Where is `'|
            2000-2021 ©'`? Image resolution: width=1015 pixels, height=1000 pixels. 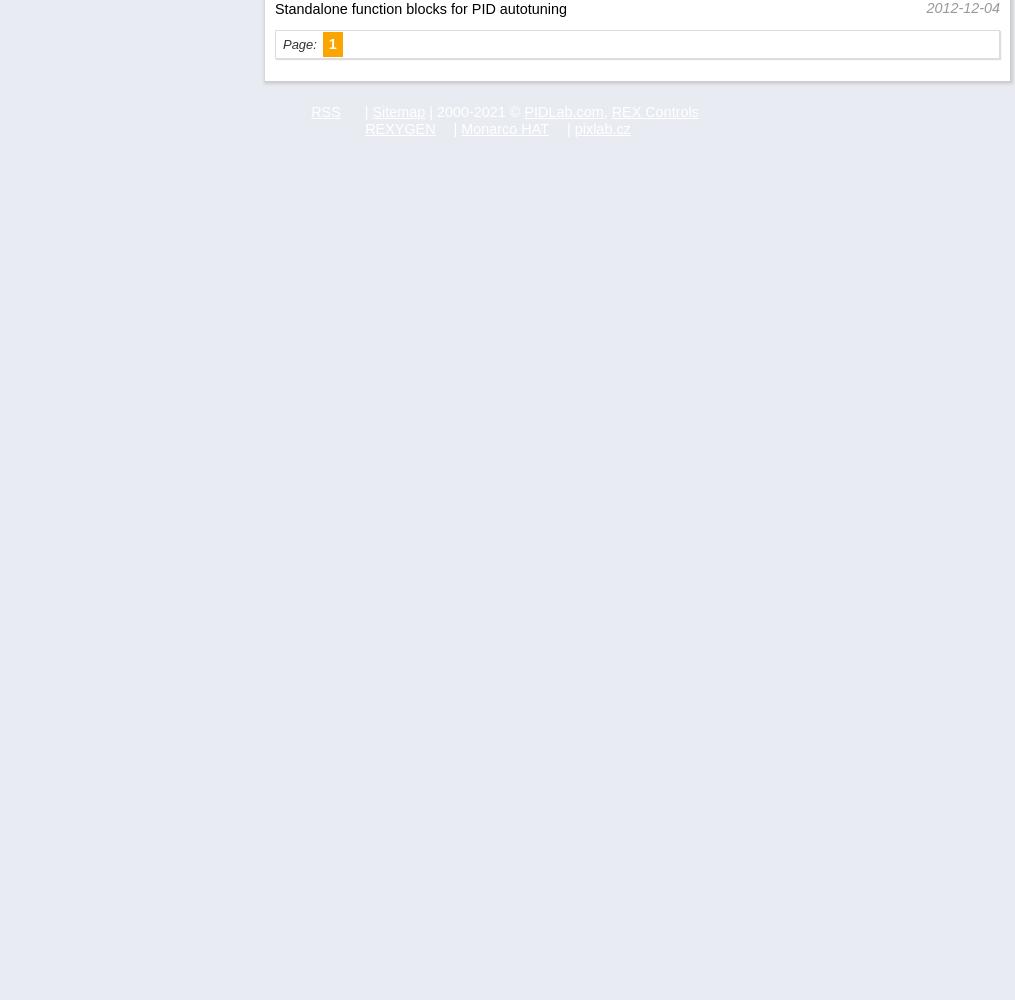
'|
            2000-2021 ©' is located at coordinates (473, 110).